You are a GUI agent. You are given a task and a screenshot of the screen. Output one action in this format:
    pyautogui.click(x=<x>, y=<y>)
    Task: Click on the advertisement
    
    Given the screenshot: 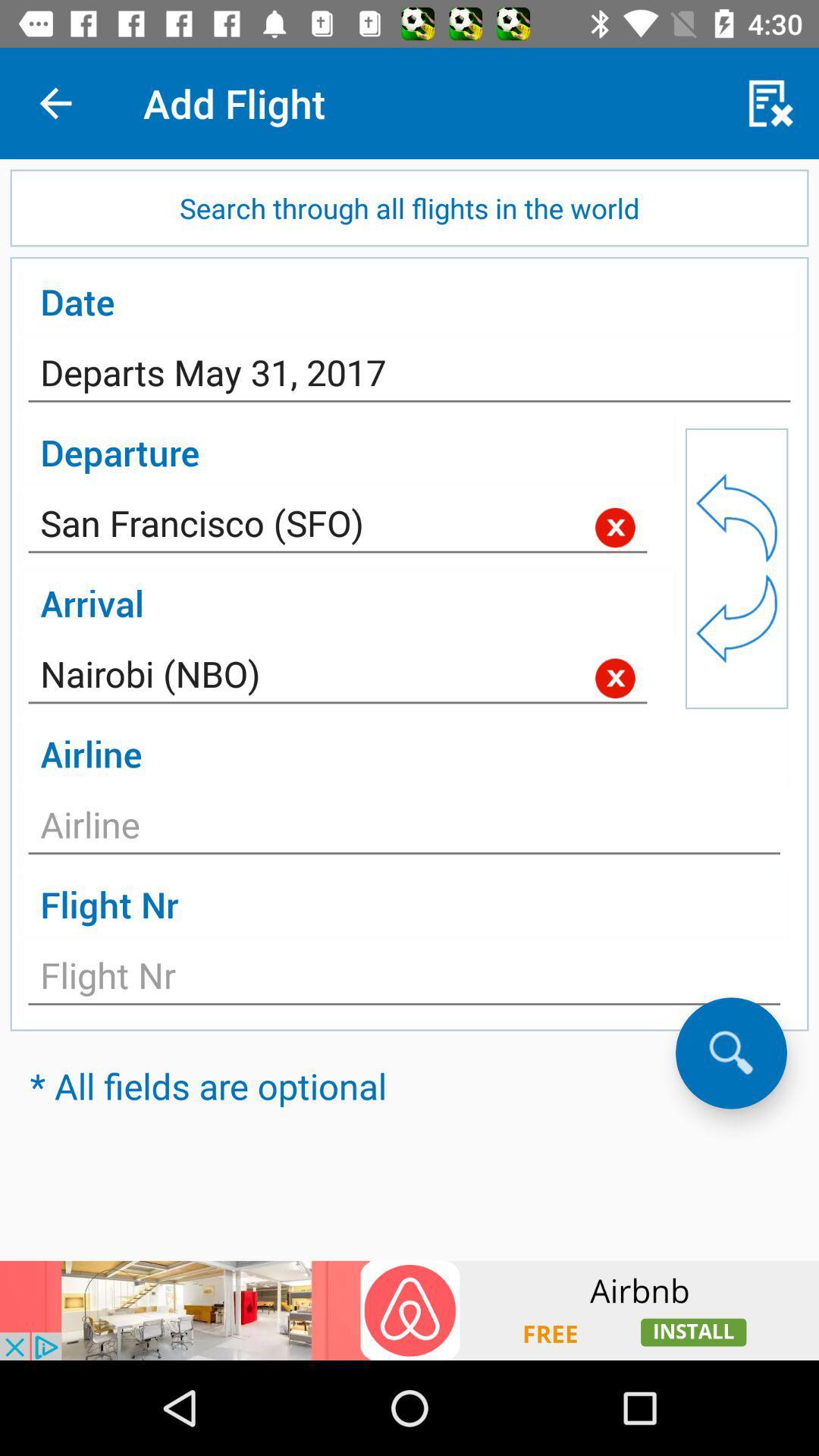 What is the action you would take?
    pyautogui.click(x=409, y=1310)
    